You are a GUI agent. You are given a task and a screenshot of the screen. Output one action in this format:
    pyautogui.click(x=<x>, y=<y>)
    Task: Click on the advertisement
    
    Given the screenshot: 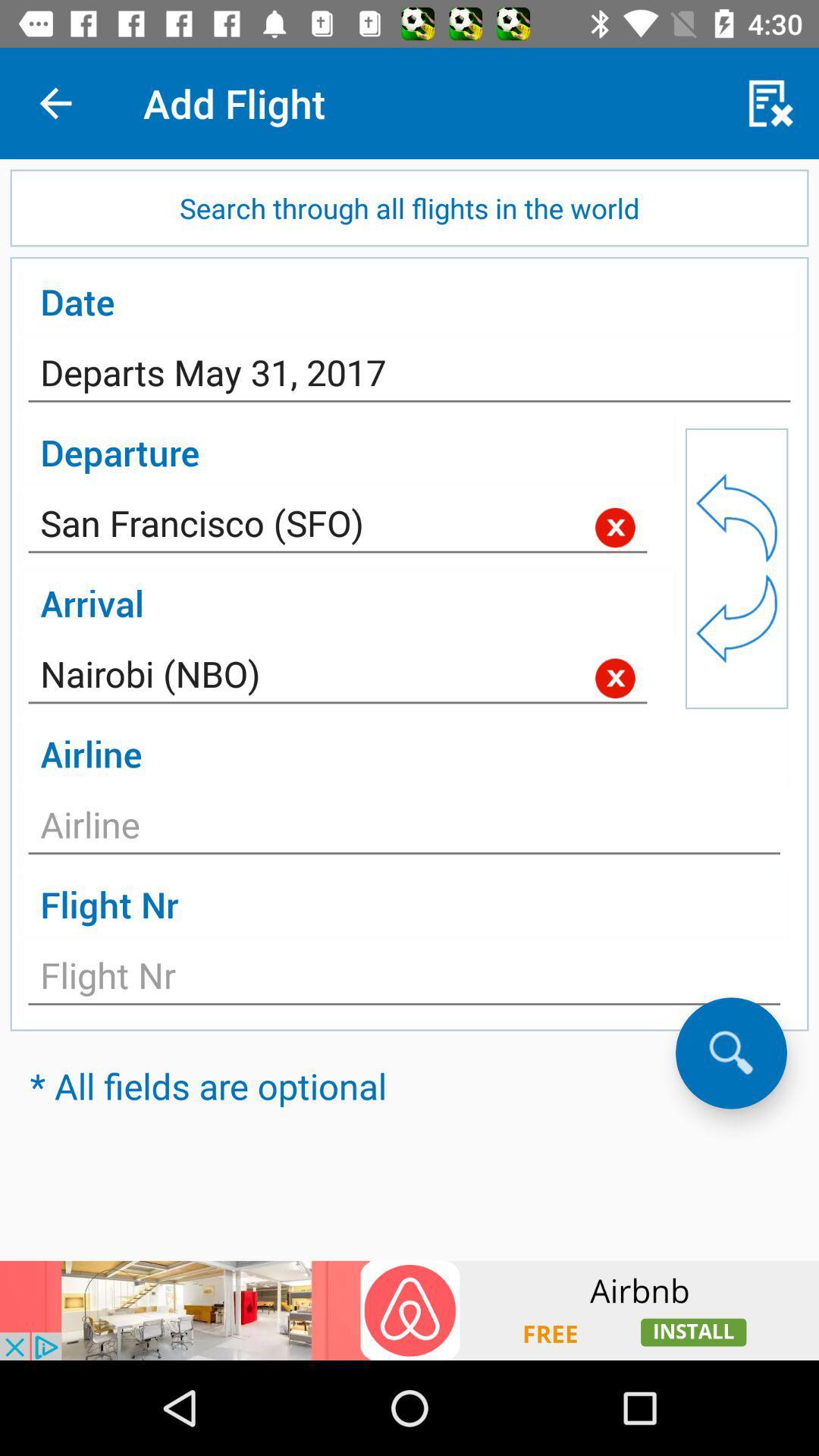 What is the action you would take?
    pyautogui.click(x=409, y=1310)
    